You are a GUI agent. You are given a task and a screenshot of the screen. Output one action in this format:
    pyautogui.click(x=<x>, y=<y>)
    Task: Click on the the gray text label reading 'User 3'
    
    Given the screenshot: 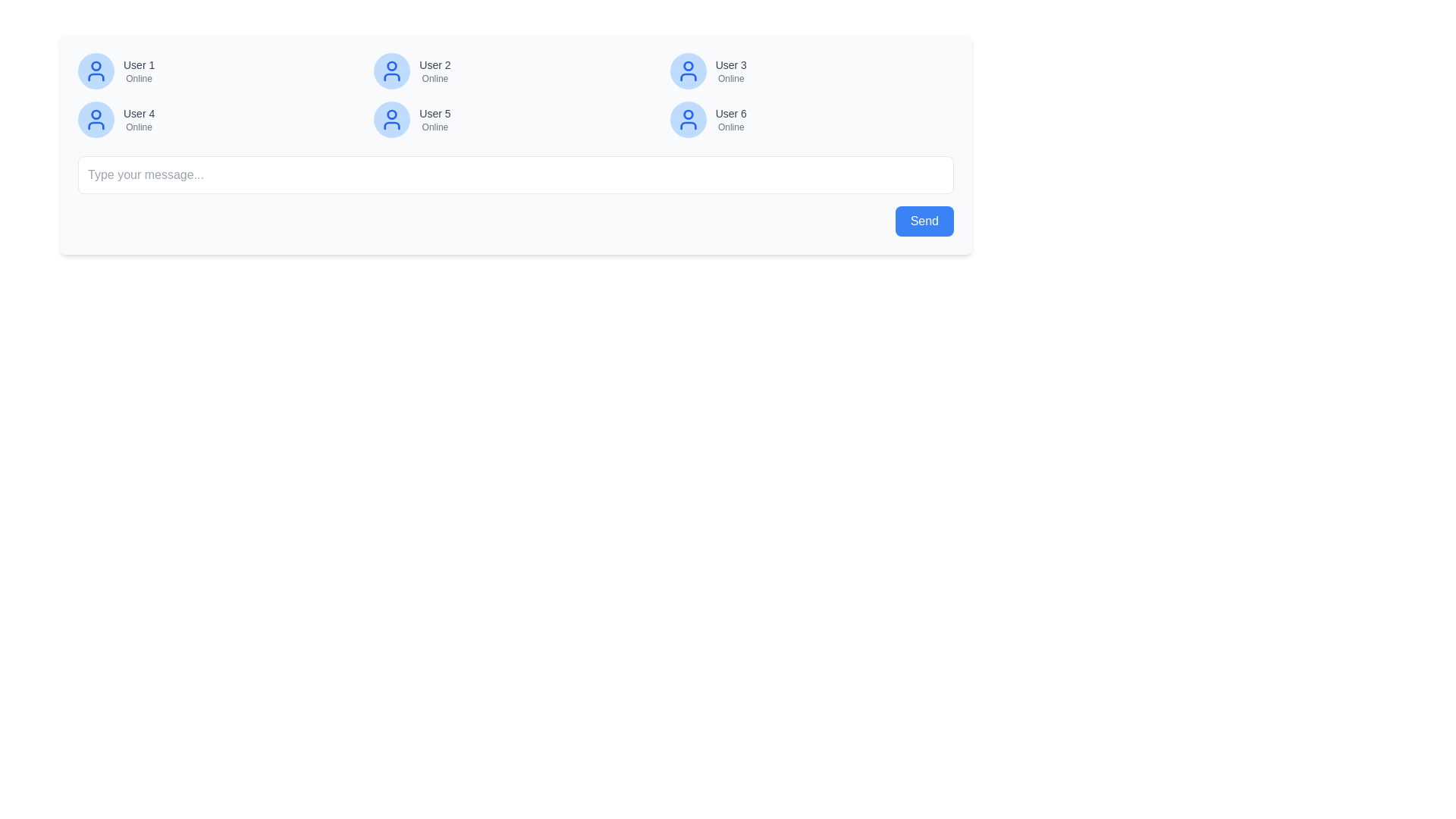 What is the action you would take?
    pyautogui.click(x=731, y=64)
    